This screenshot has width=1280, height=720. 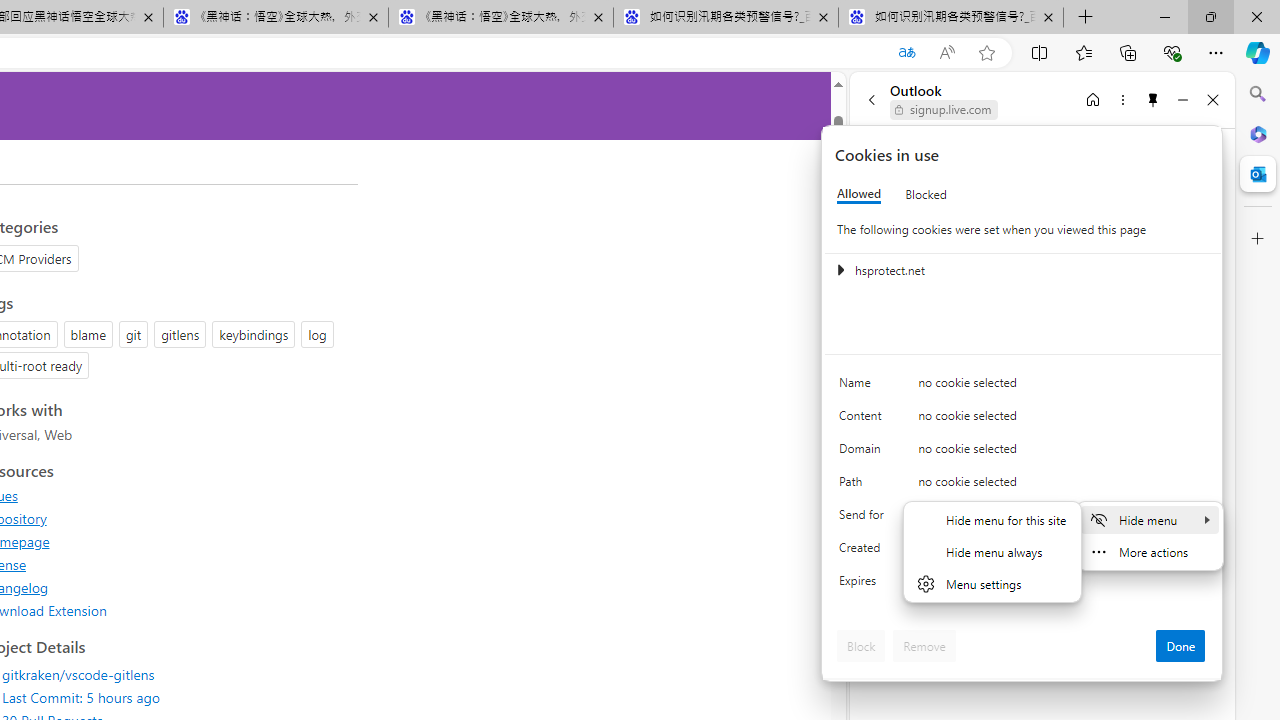 I want to click on 'Expires', so click(x=865, y=585).